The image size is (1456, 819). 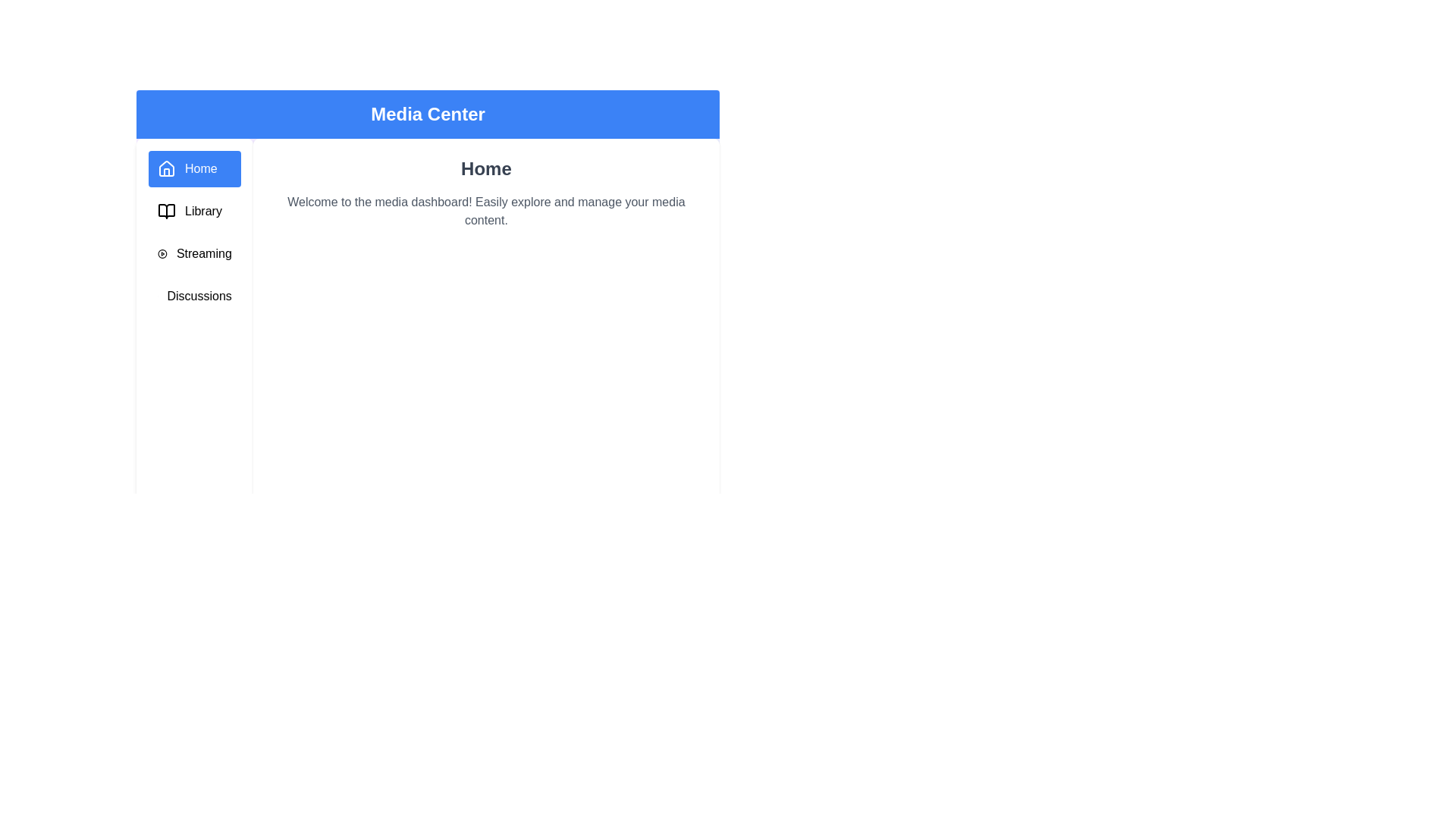 I want to click on the sidebar item corresponding to Streaming, so click(x=193, y=253).